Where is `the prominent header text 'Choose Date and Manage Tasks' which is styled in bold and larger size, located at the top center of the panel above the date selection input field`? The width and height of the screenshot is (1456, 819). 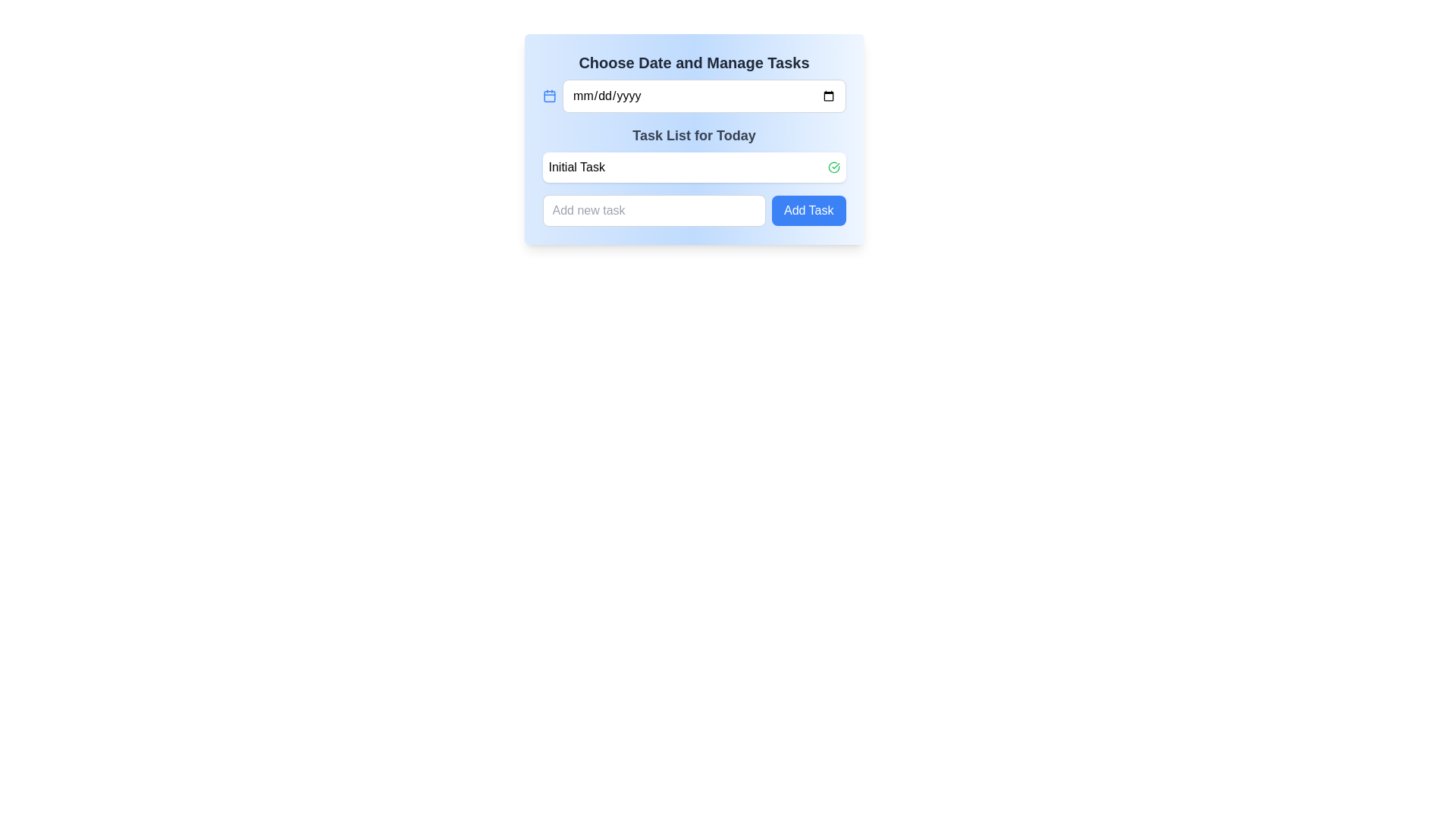
the prominent header text 'Choose Date and Manage Tasks' which is styled in bold and larger size, located at the top center of the panel above the date selection input field is located at coordinates (693, 62).